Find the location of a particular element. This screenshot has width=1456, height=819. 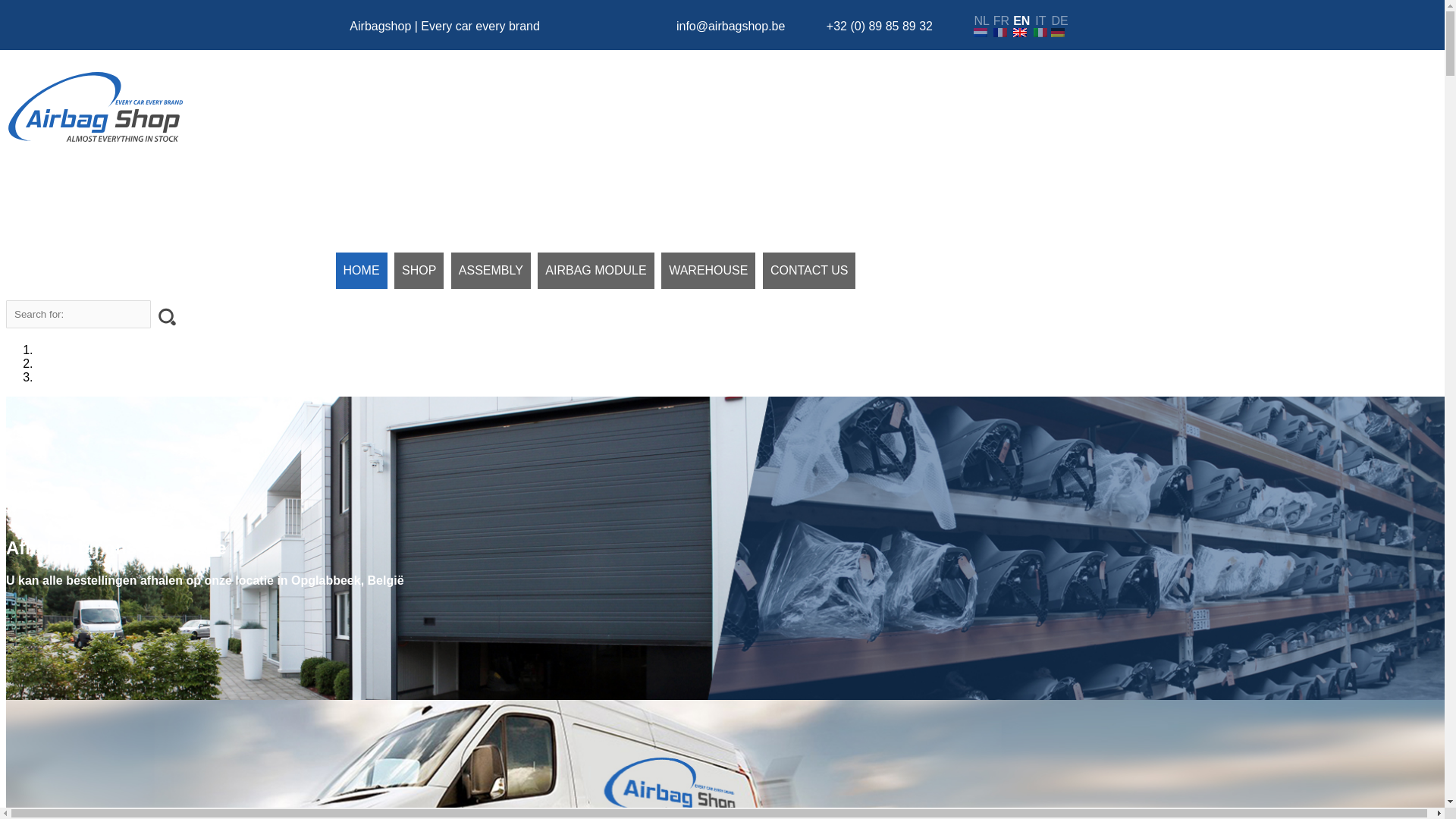

'EN' is located at coordinates (1021, 26).